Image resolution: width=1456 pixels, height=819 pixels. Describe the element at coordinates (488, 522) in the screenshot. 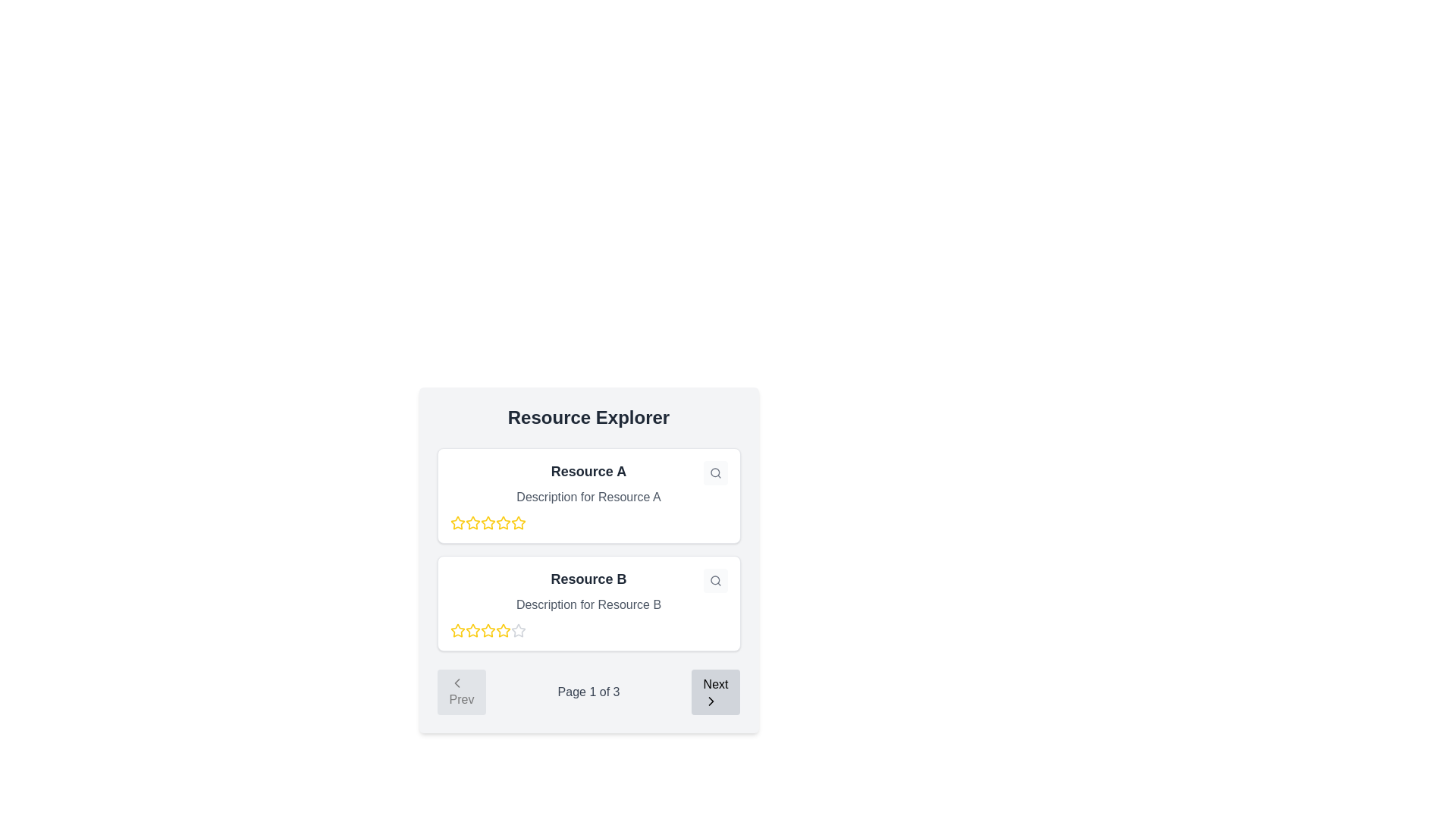

I see `the second star icon from the left` at that location.